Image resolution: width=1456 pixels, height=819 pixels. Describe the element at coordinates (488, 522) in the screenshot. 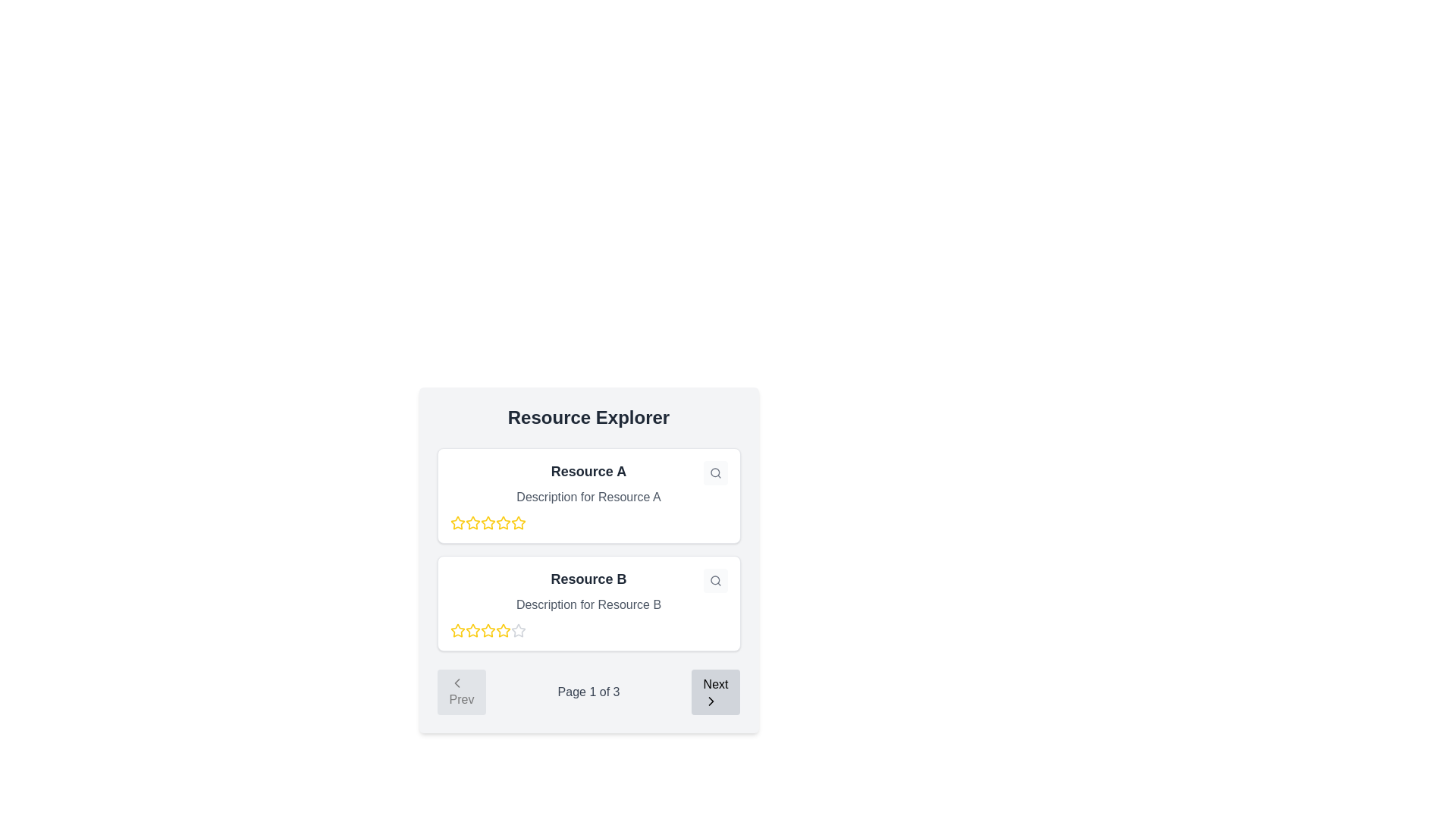

I see `the second star icon from the left` at that location.